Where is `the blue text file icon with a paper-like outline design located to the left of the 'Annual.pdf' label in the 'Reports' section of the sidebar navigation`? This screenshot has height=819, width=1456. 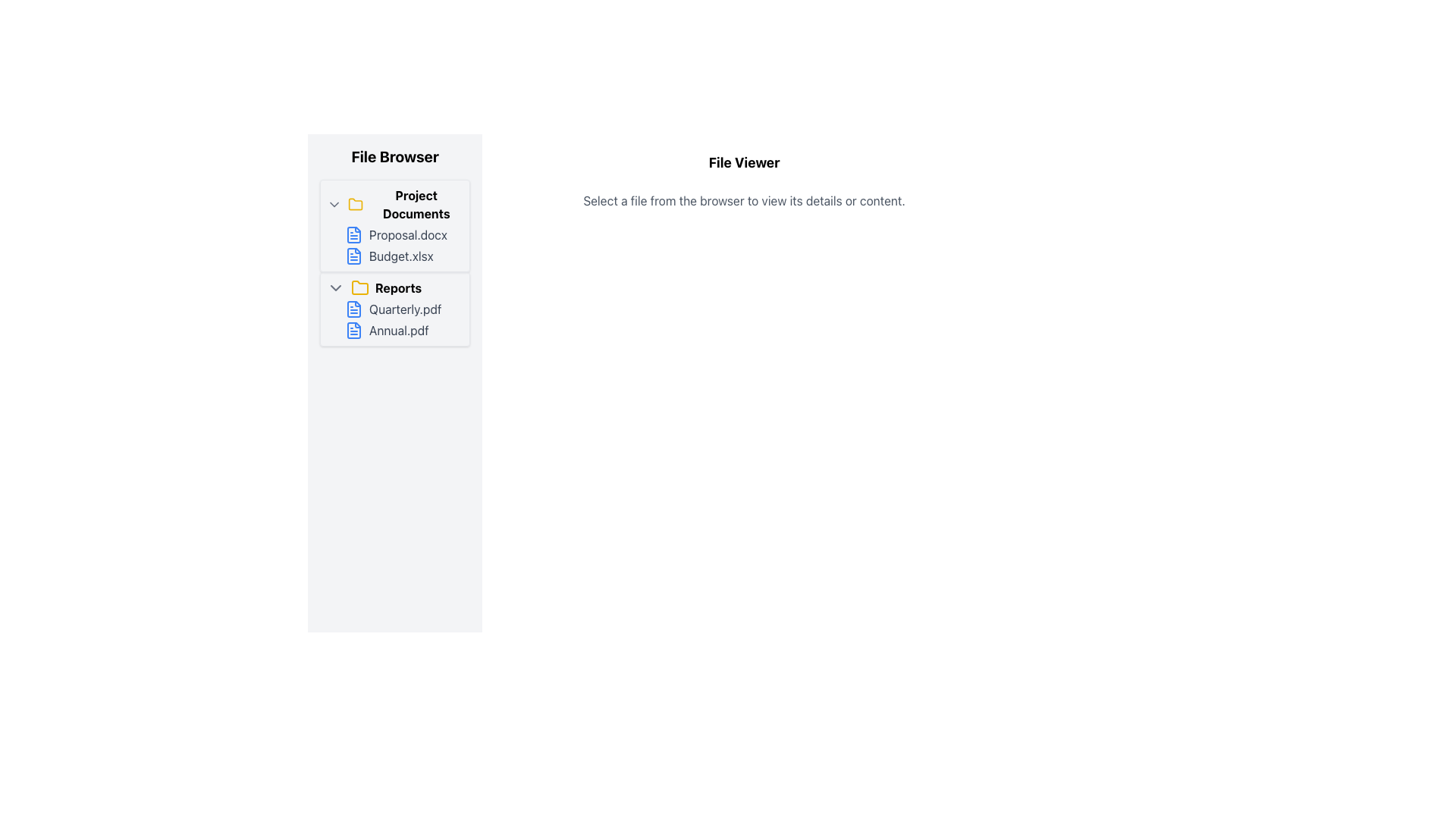
the blue text file icon with a paper-like outline design located to the left of the 'Annual.pdf' label in the 'Reports' section of the sidebar navigation is located at coordinates (353, 329).